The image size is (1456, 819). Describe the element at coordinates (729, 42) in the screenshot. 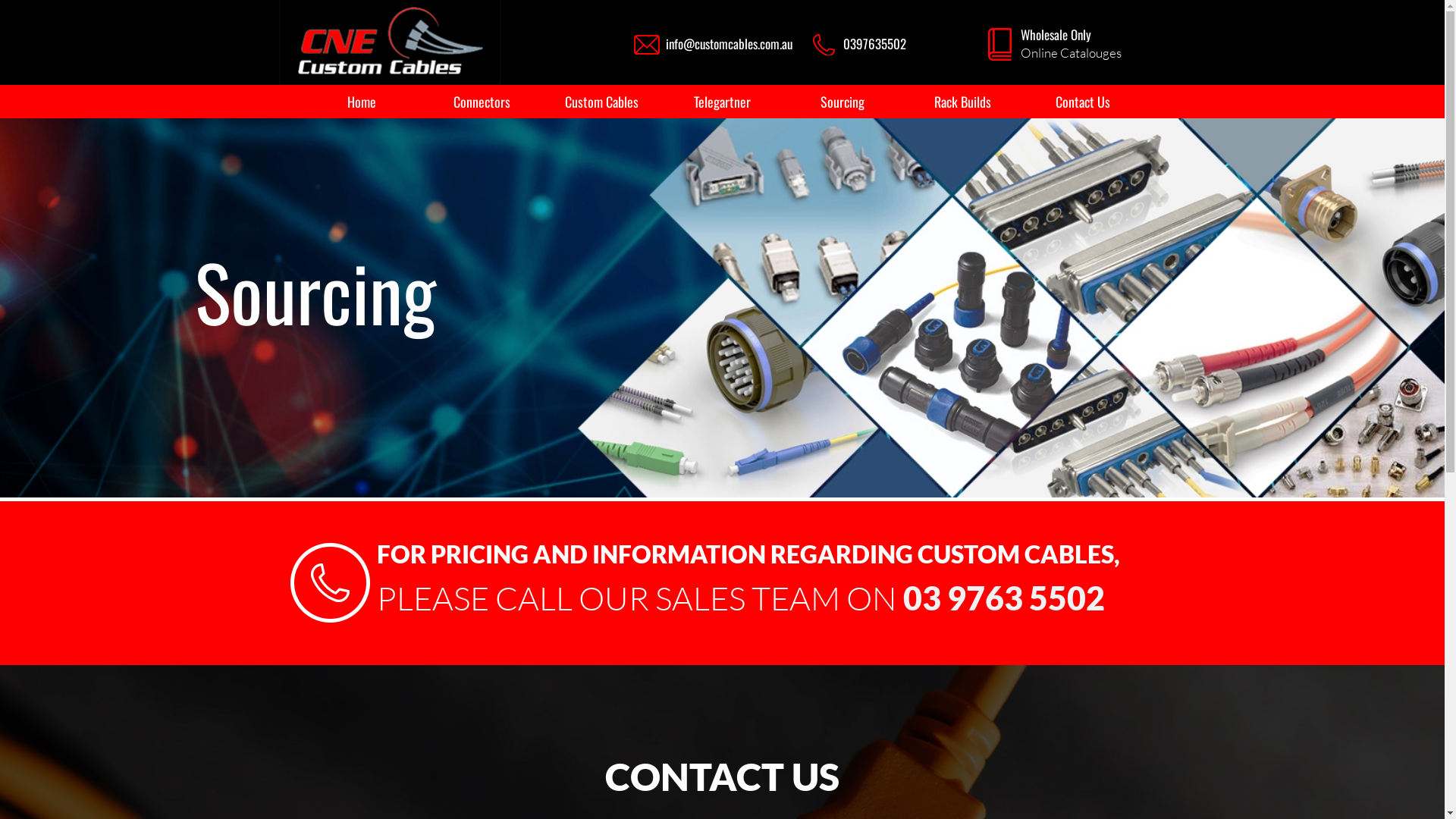

I see `'info@customcables.com.au'` at that location.